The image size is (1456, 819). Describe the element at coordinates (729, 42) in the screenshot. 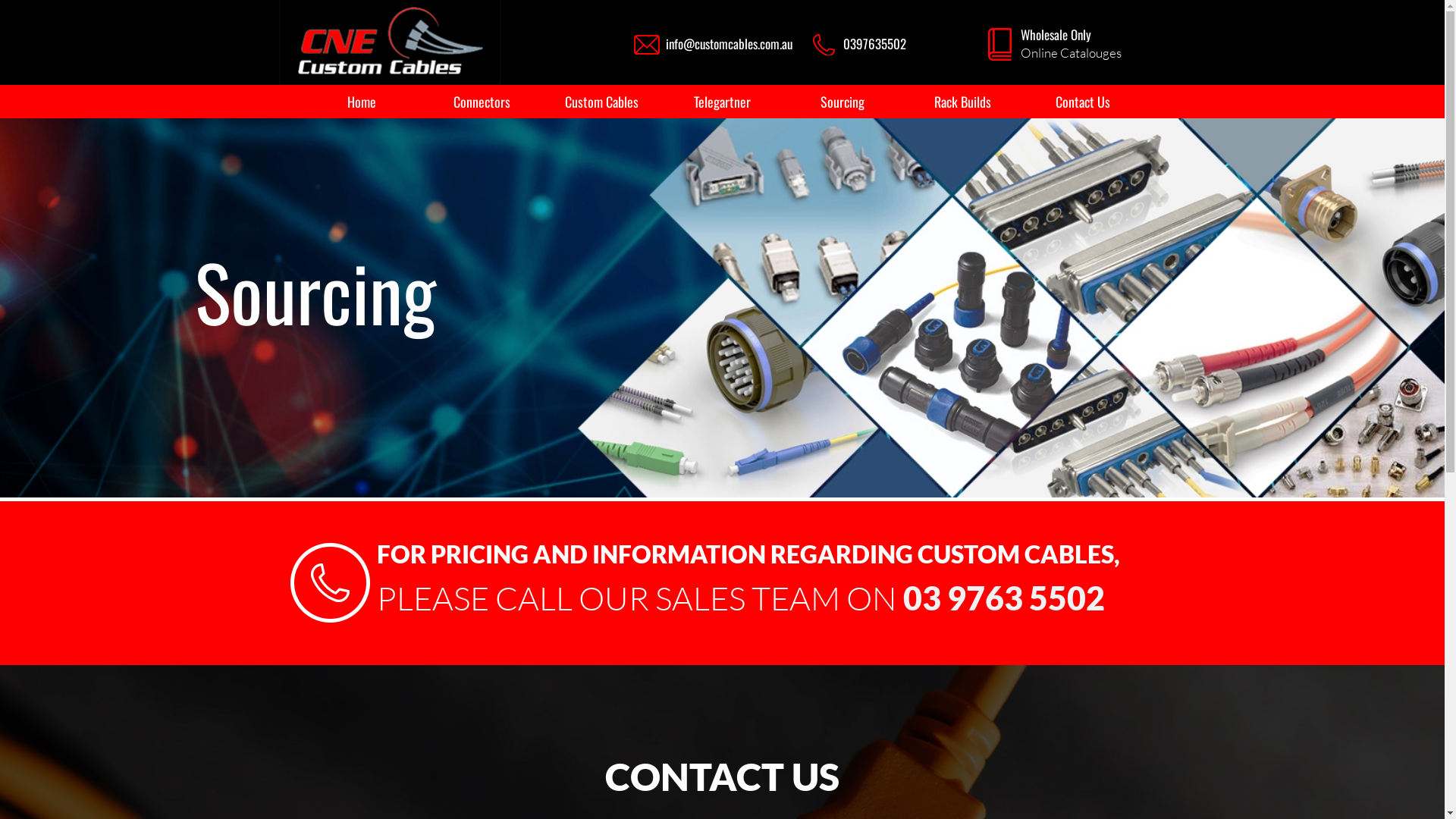

I see `'info@customcables.com.au'` at that location.